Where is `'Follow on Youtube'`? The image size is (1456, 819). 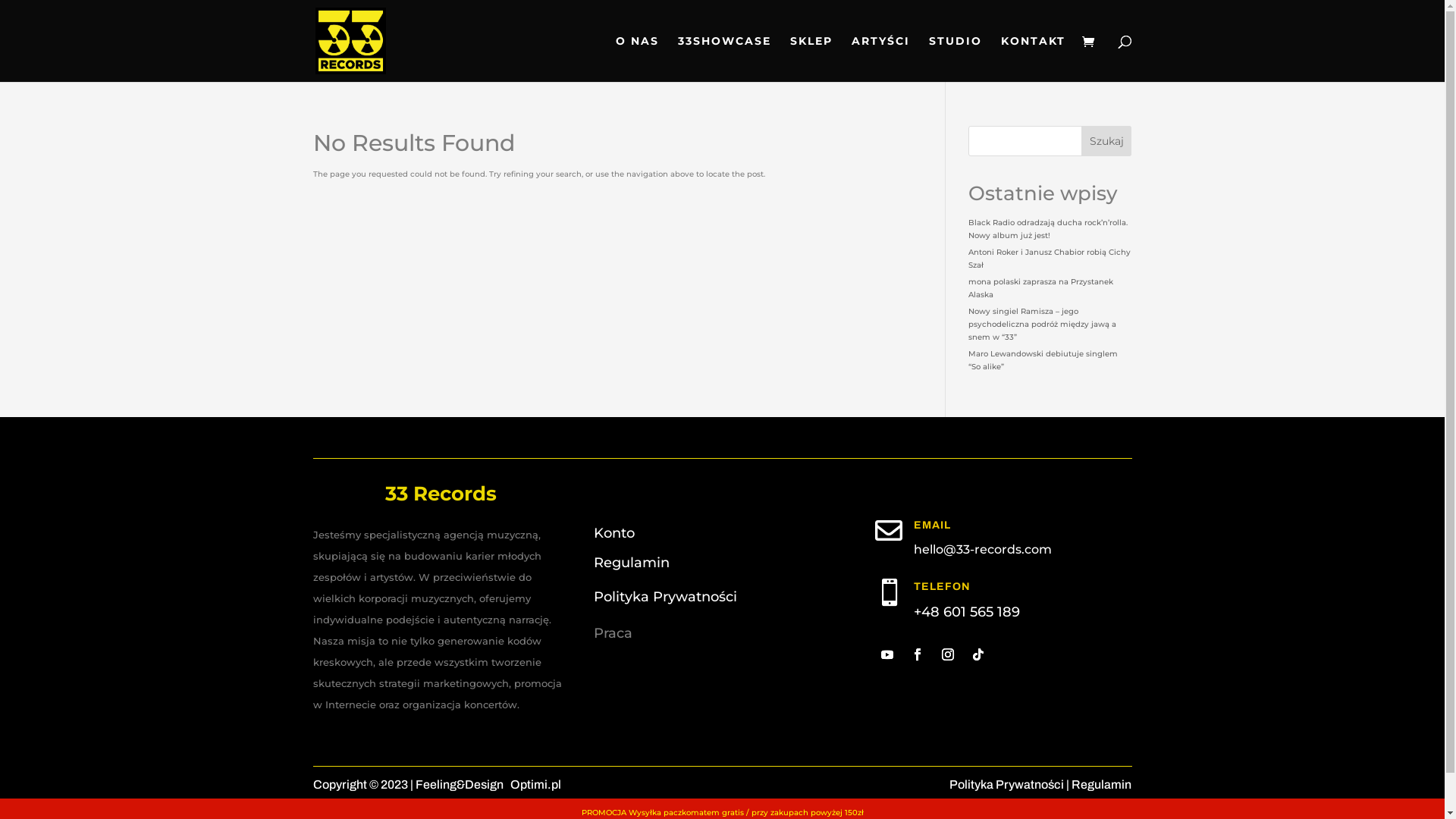
'Follow on Youtube' is located at coordinates (874, 654).